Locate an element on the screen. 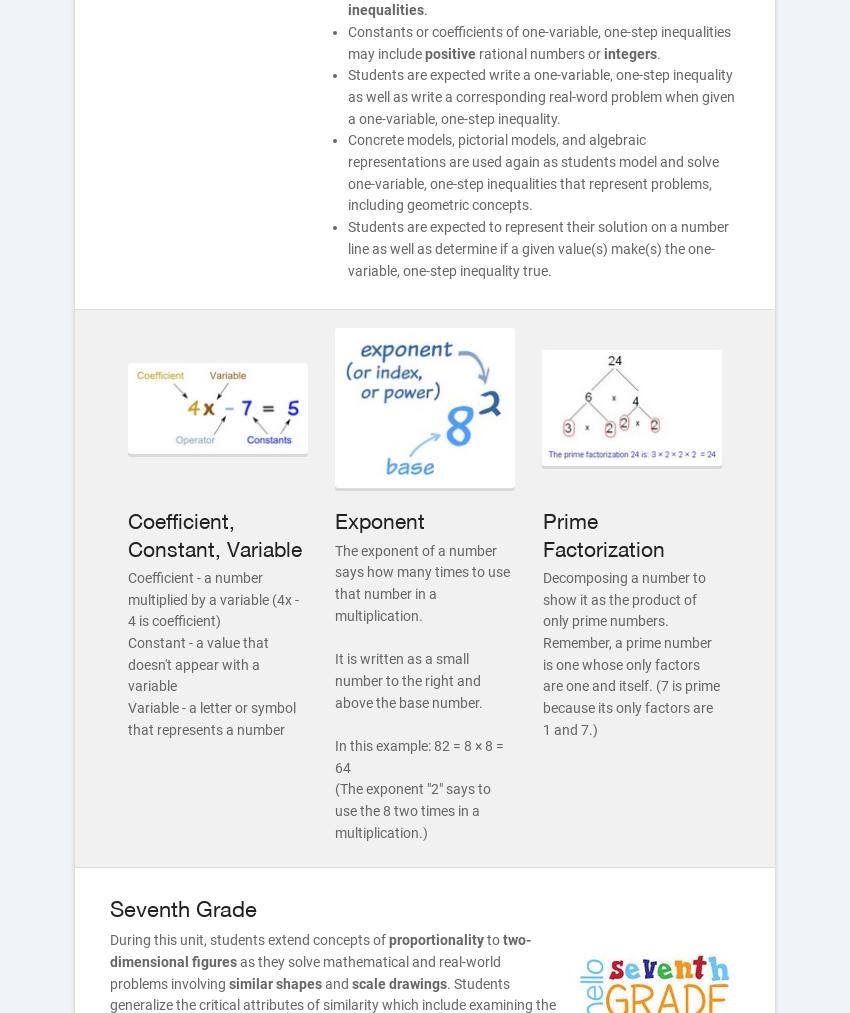 This screenshot has height=1013, width=850. 'scale' is located at coordinates (367, 983).